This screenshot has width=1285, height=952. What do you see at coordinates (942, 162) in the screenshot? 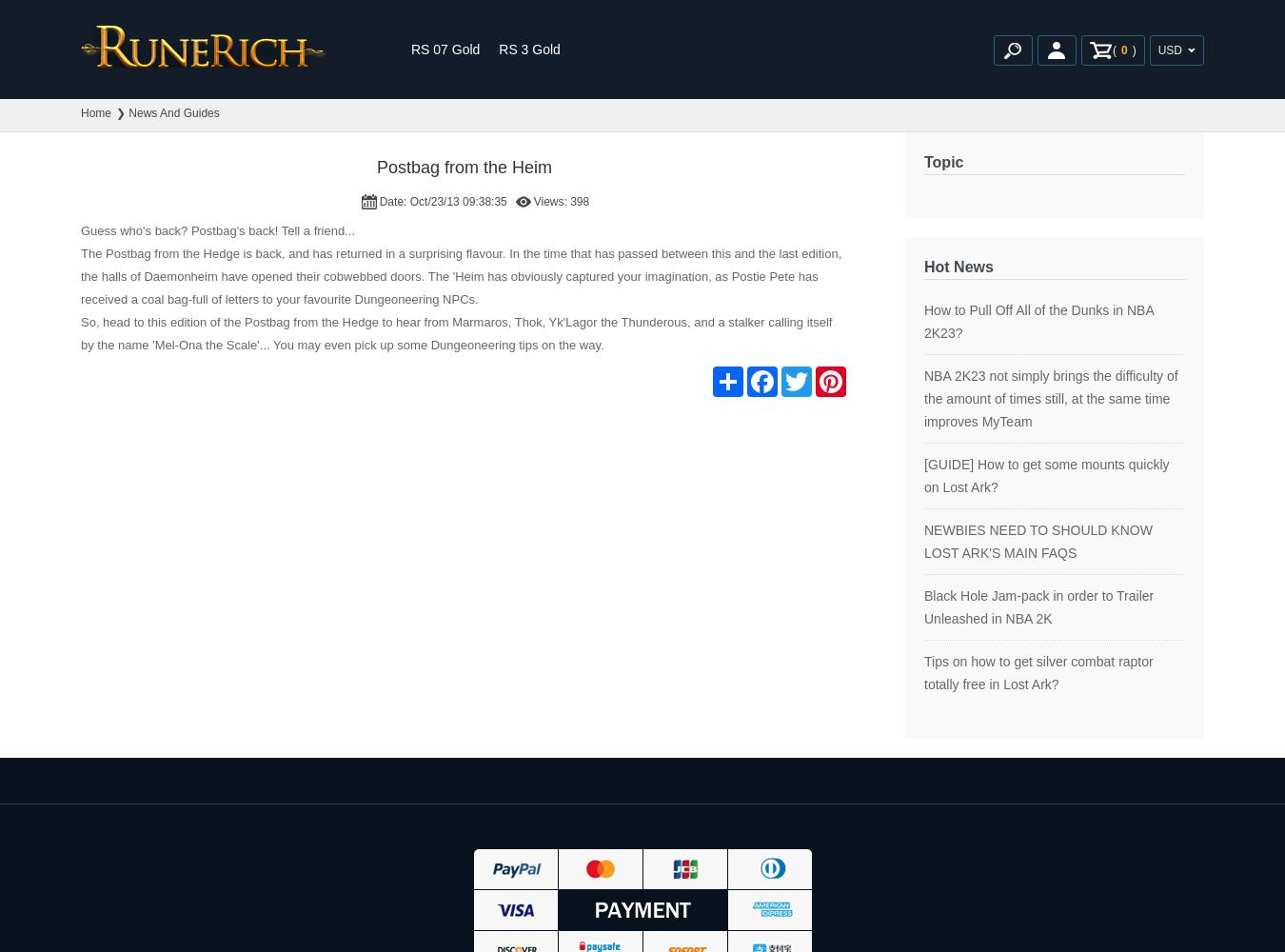
I see `'Topic'` at bounding box center [942, 162].